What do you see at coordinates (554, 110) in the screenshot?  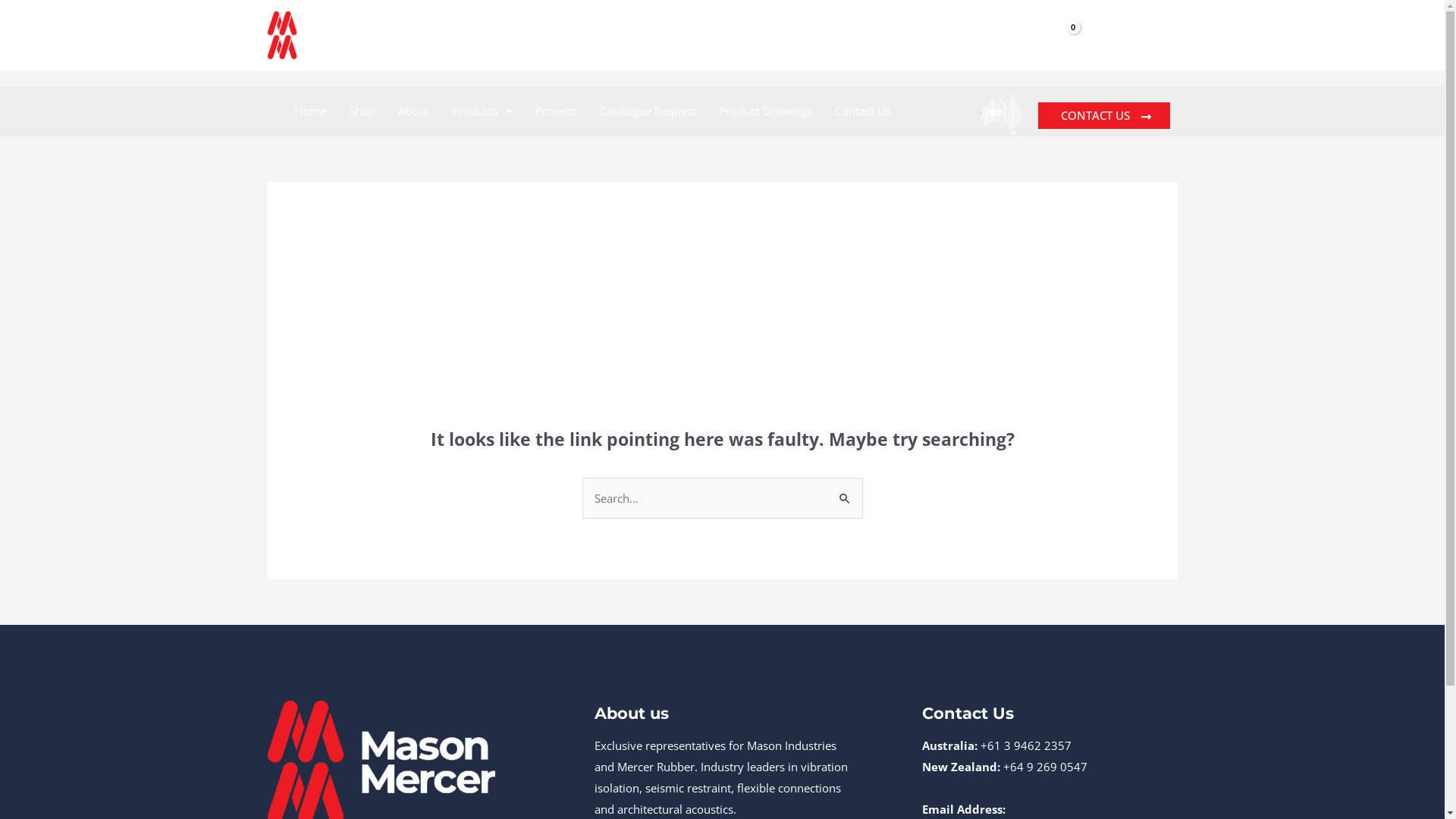 I see `'Projects'` at bounding box center [554, 110].